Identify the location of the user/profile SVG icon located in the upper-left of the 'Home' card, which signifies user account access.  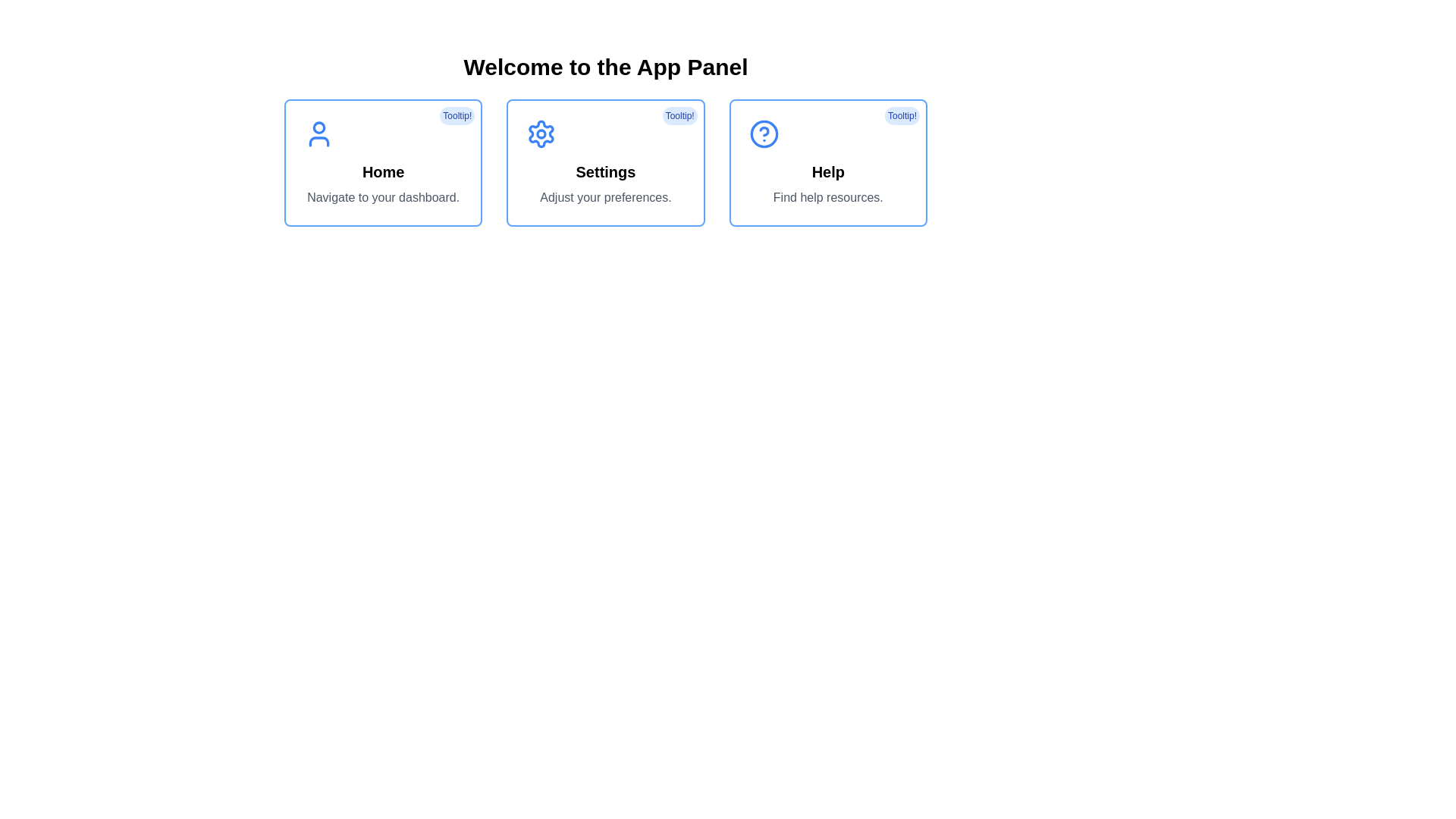
(318, 133).